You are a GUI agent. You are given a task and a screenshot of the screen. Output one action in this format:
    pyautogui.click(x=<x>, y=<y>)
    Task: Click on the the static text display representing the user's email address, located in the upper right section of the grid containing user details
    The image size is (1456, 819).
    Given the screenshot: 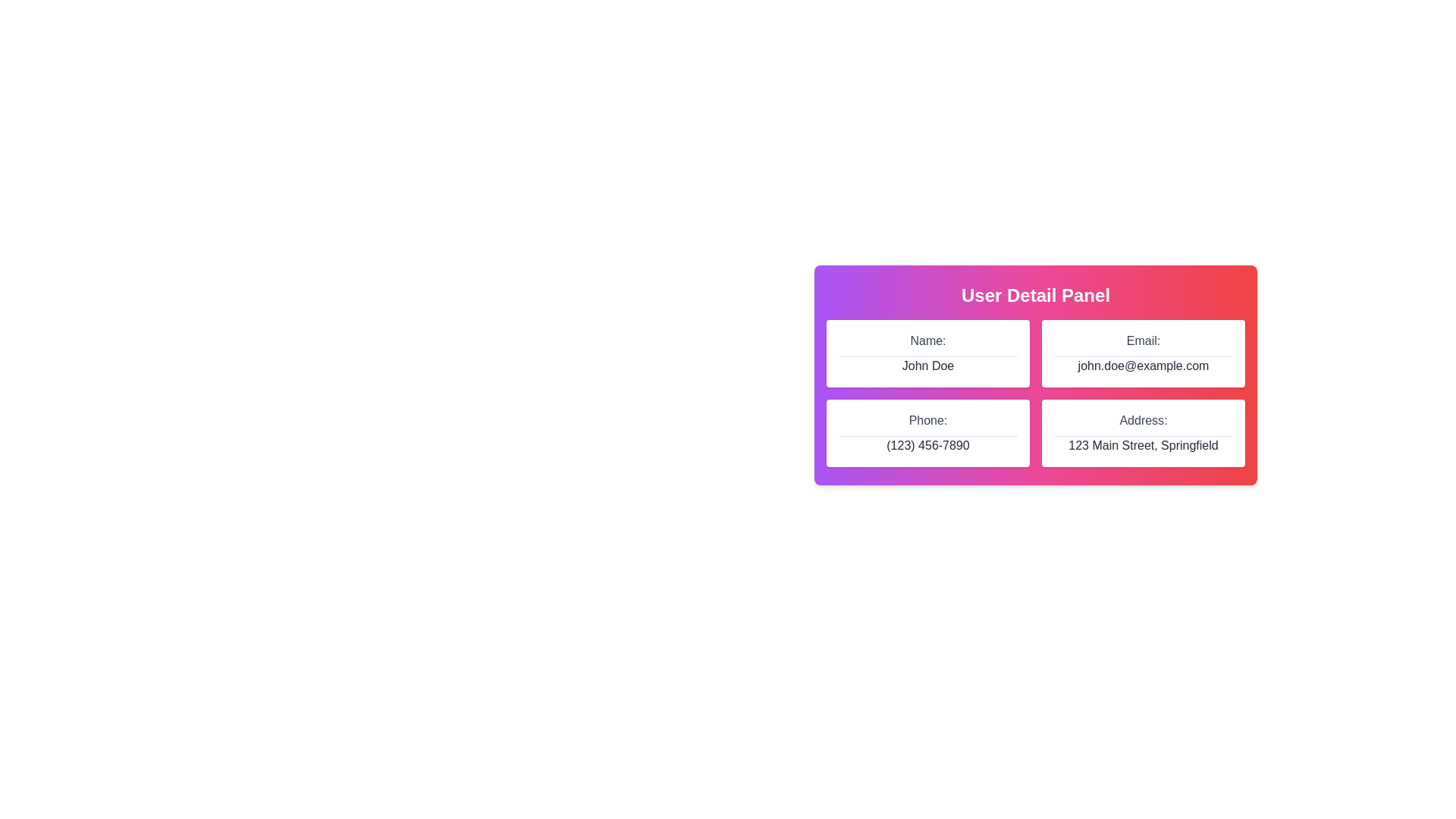 What is the action you would take?
    pyautogui.click(x=1143, y=366)
    